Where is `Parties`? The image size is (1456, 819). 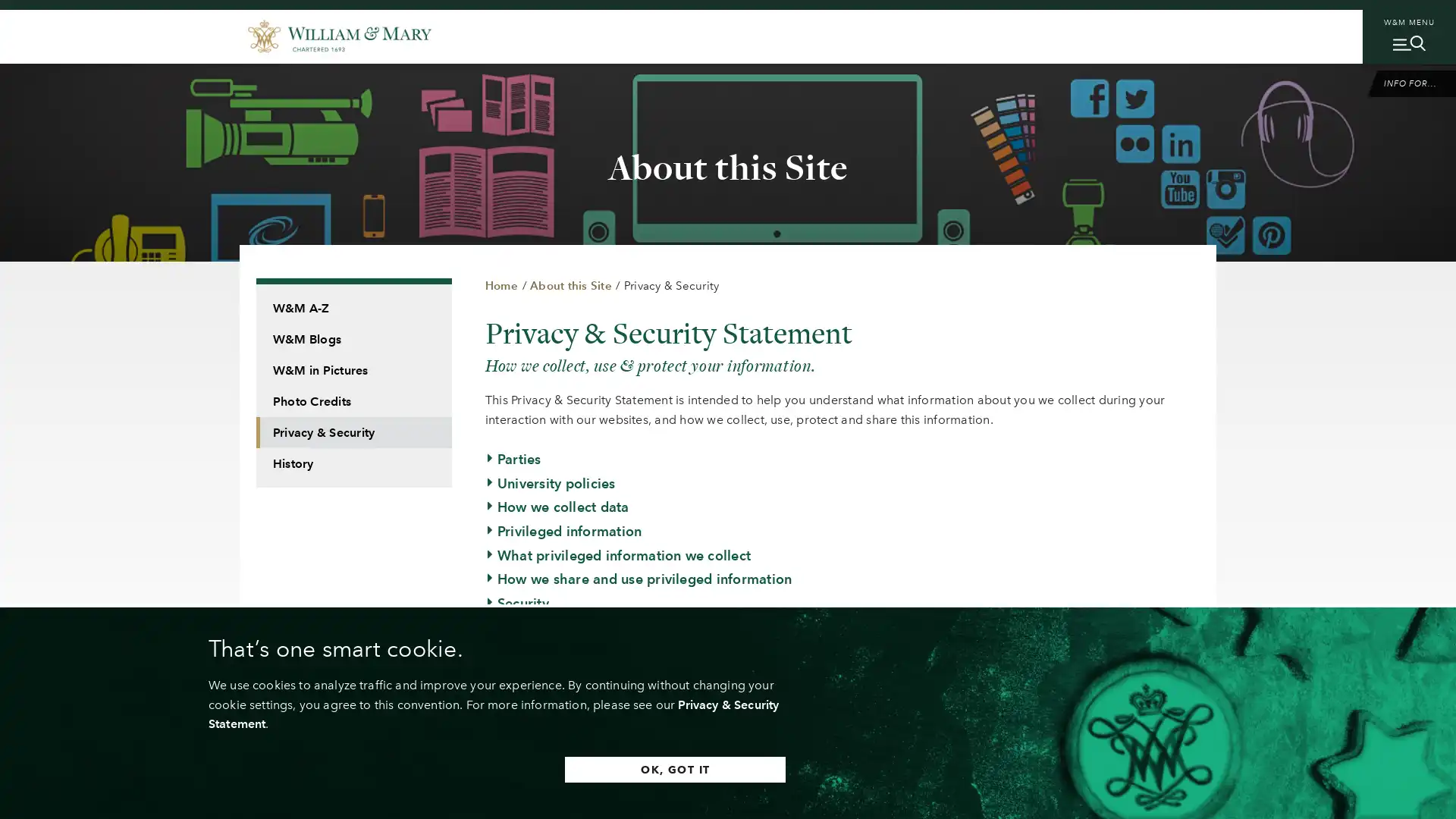 Parties is located at coordinates (513, 458).